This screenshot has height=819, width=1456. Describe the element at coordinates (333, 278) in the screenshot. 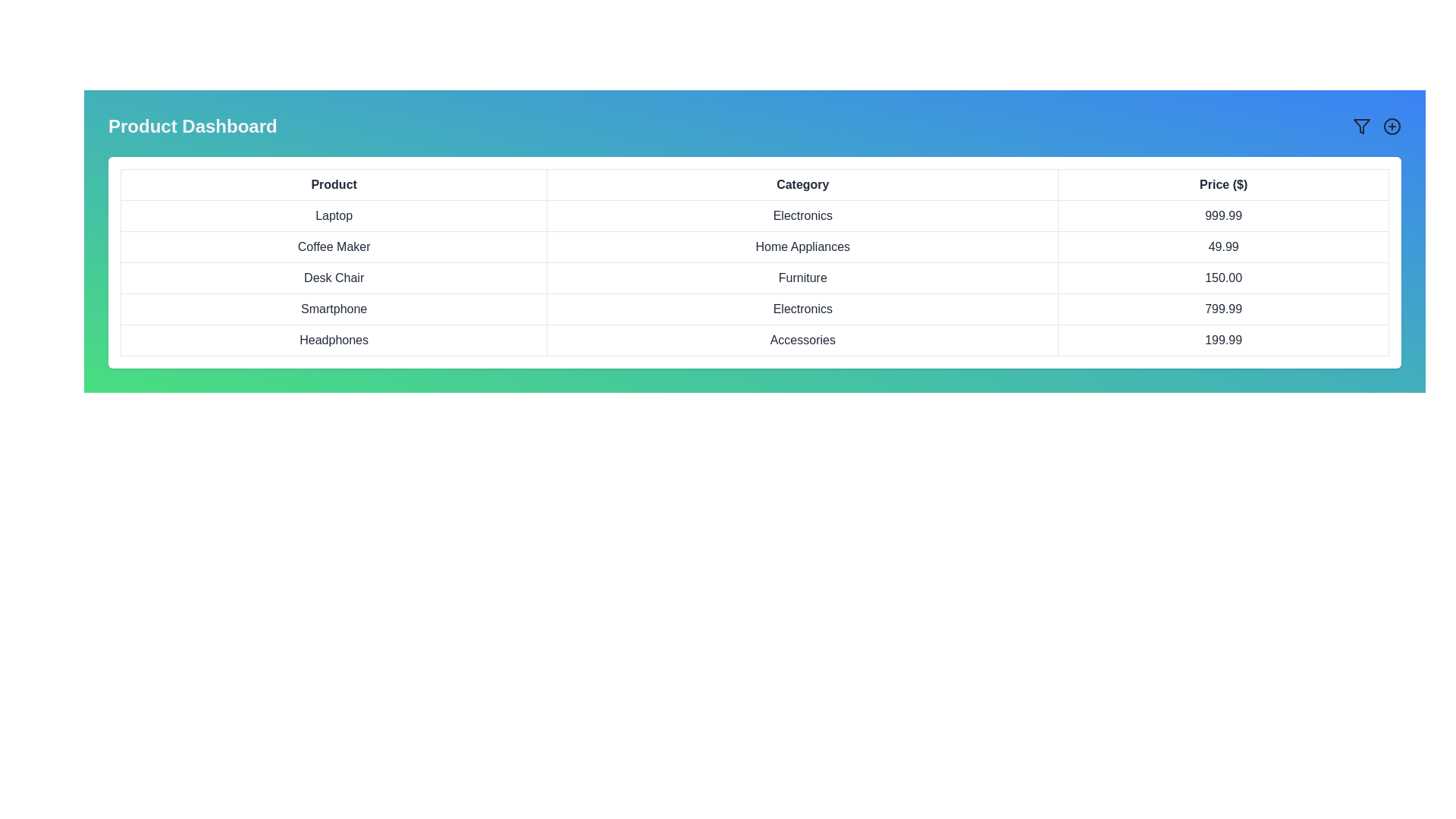

I see `the text content of the table cell displaying 'Desk Chair', which is located in the third row under the 'Product' column of the 'Furniture' category` at that location.